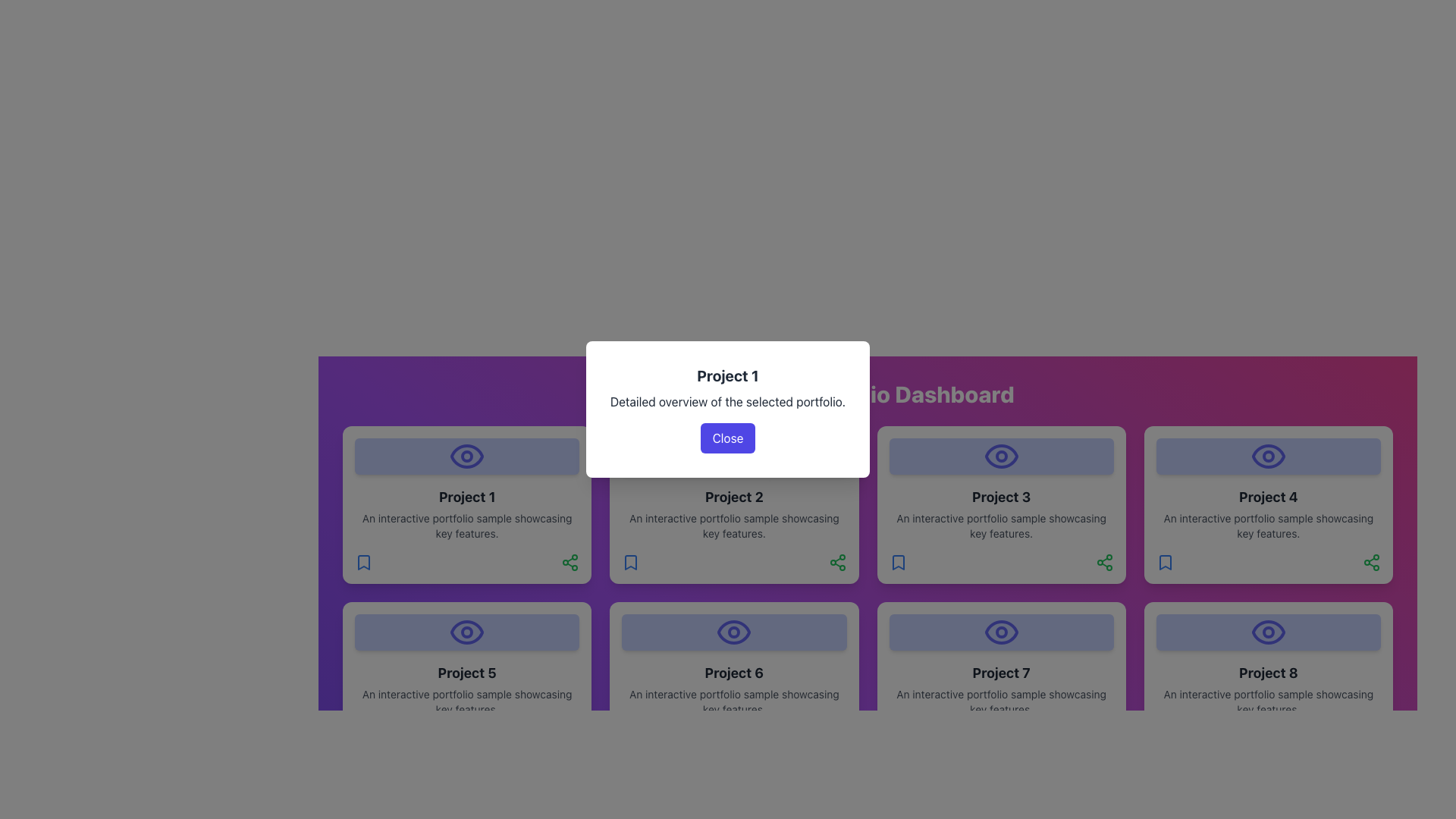 Image resolution: width=1456 pixels, height=819 pixels. Describe the element at coordinates (466, 632) in the screenshot. I see `the eye-shaped icon centered within the blue button above the label 'Project 5' in the portfolio grid interface` at that location.